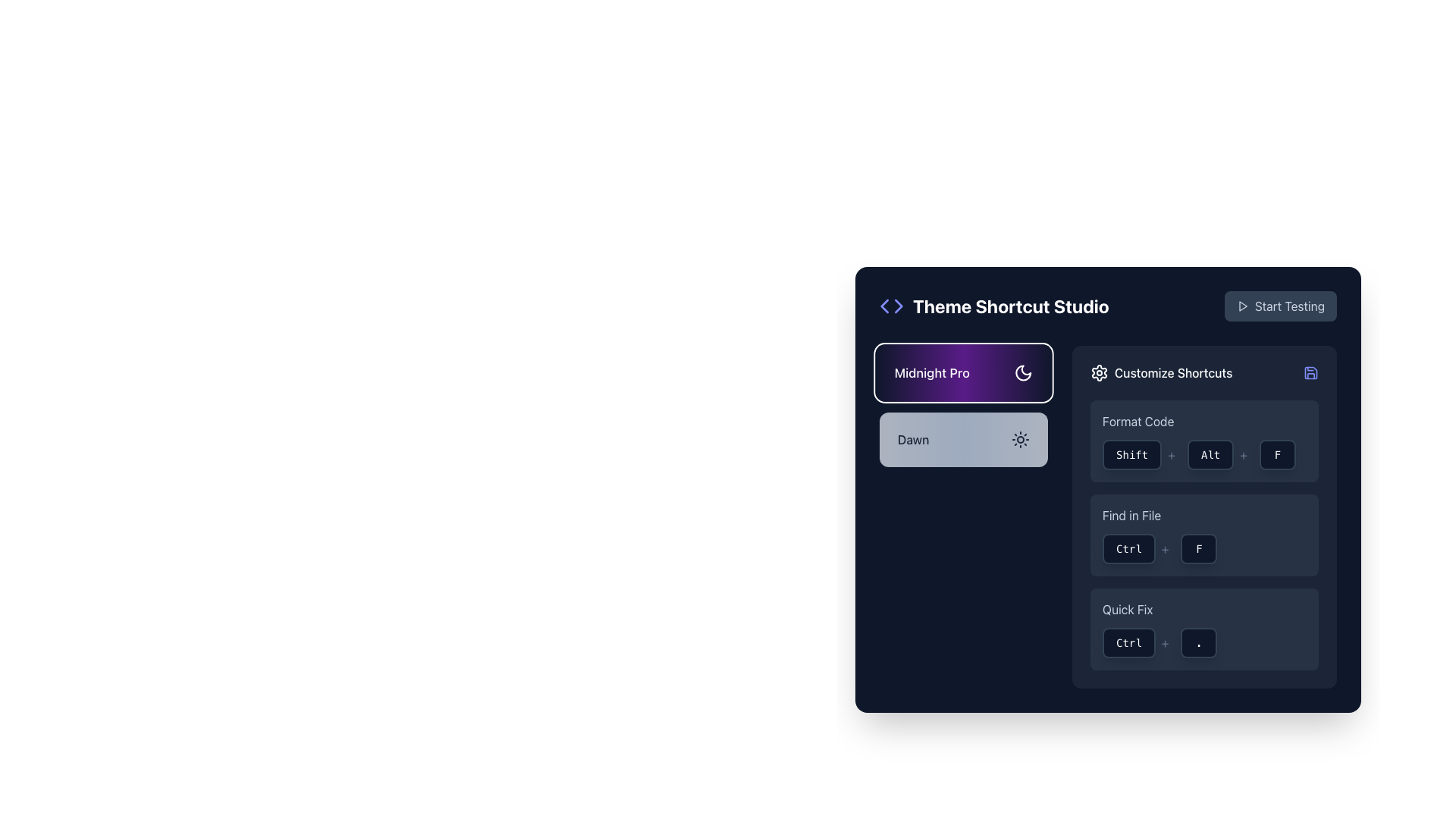 The image size is (1456, 819). I want to click on the bold white textual heading with a small indigo code icon to its left, located at the top left side of the panel, so click(994, 306).